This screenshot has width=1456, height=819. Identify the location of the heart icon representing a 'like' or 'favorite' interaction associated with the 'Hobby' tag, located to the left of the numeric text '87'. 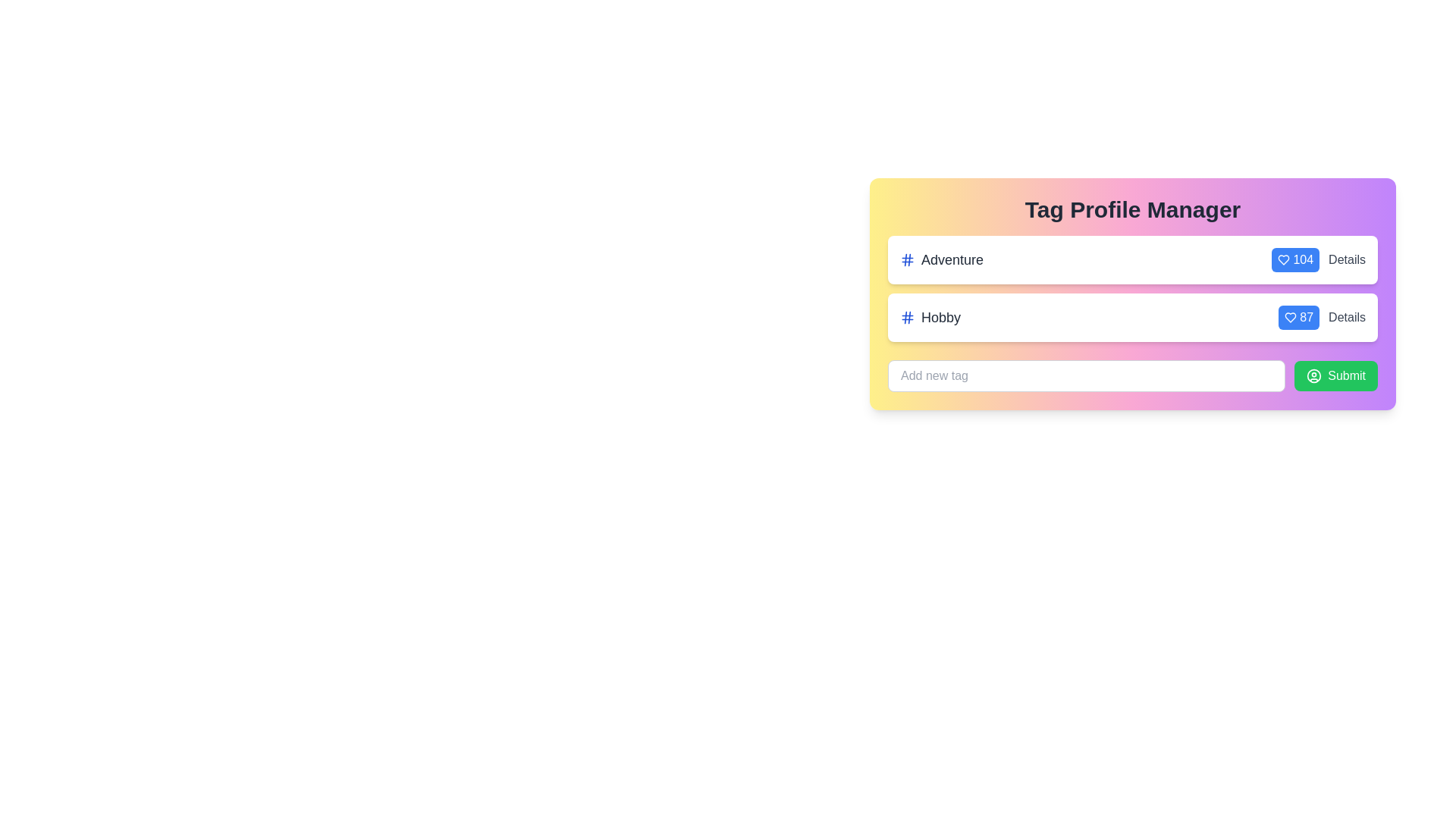
(1290, 317).